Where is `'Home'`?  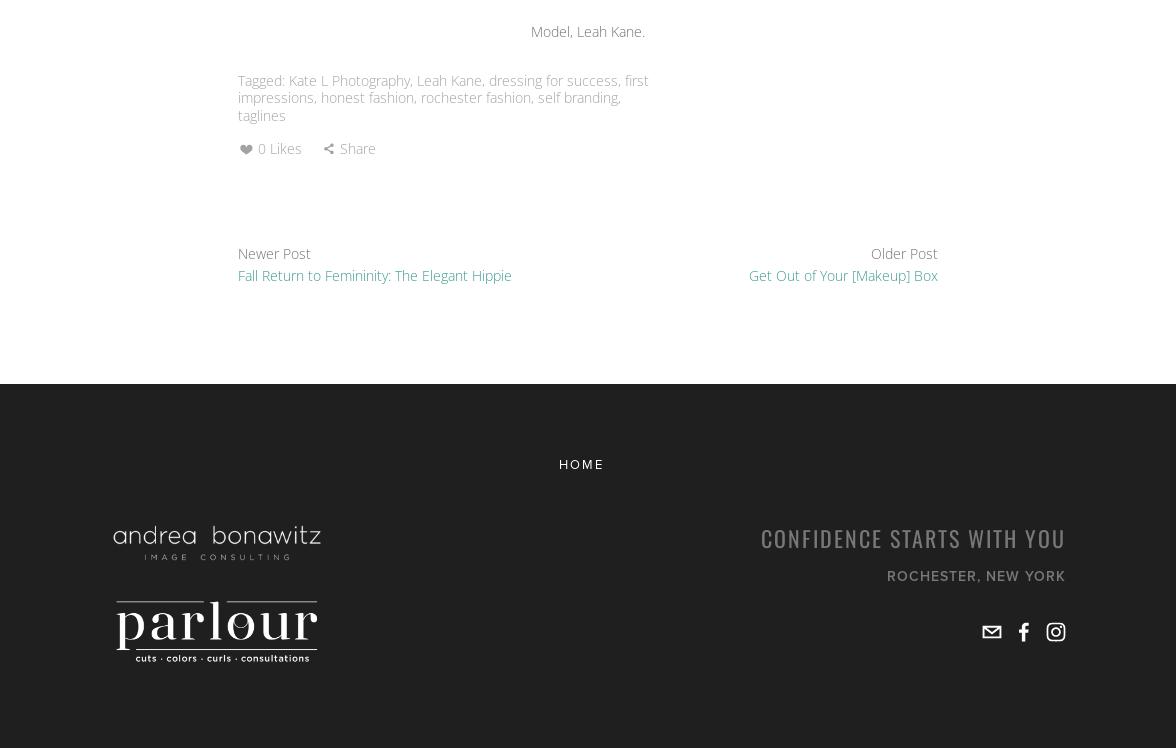 'Home' is located at coordinates (581, 463).